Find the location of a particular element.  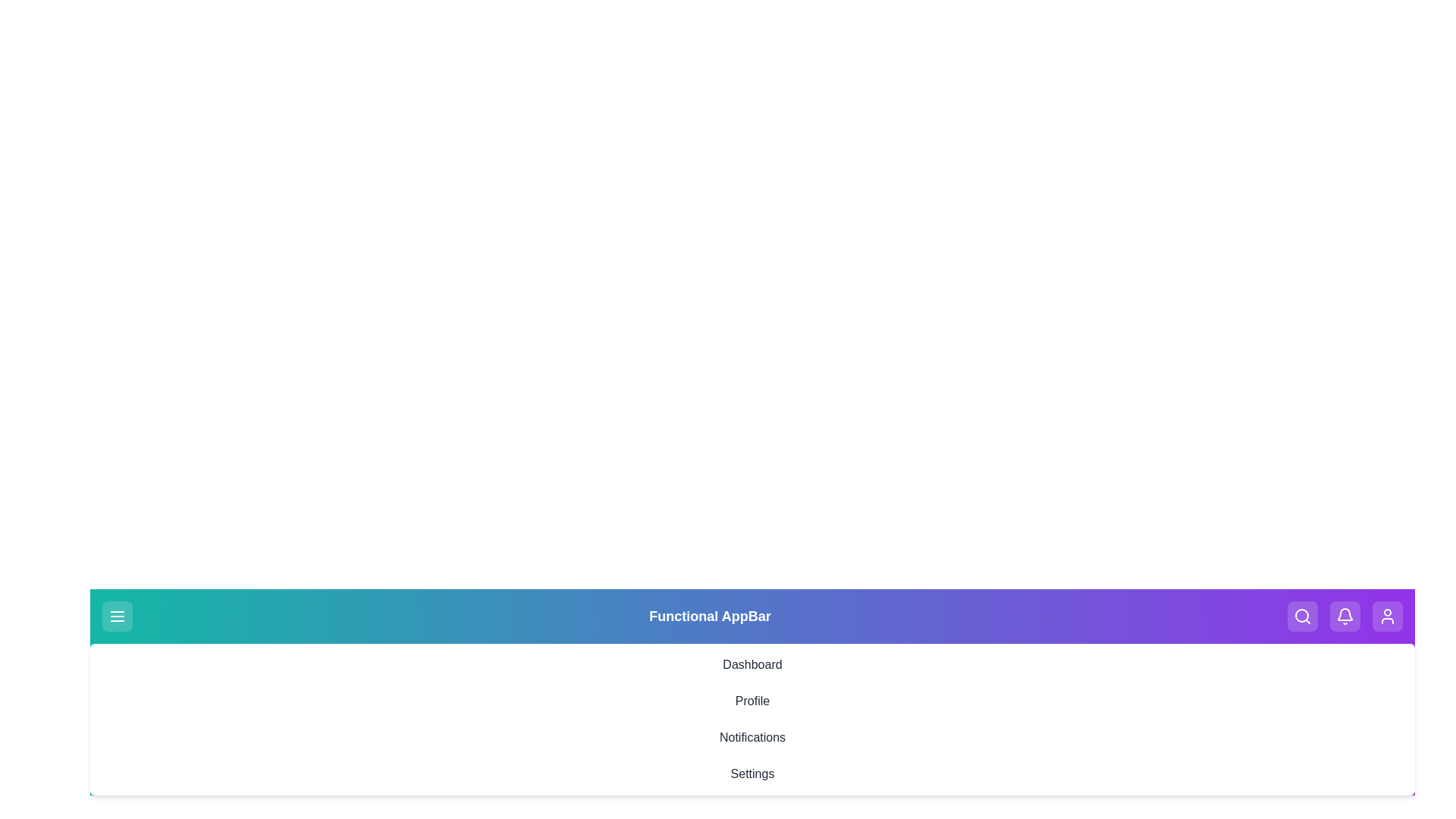

the navigation option Profile is located at coordinates (752, 701).